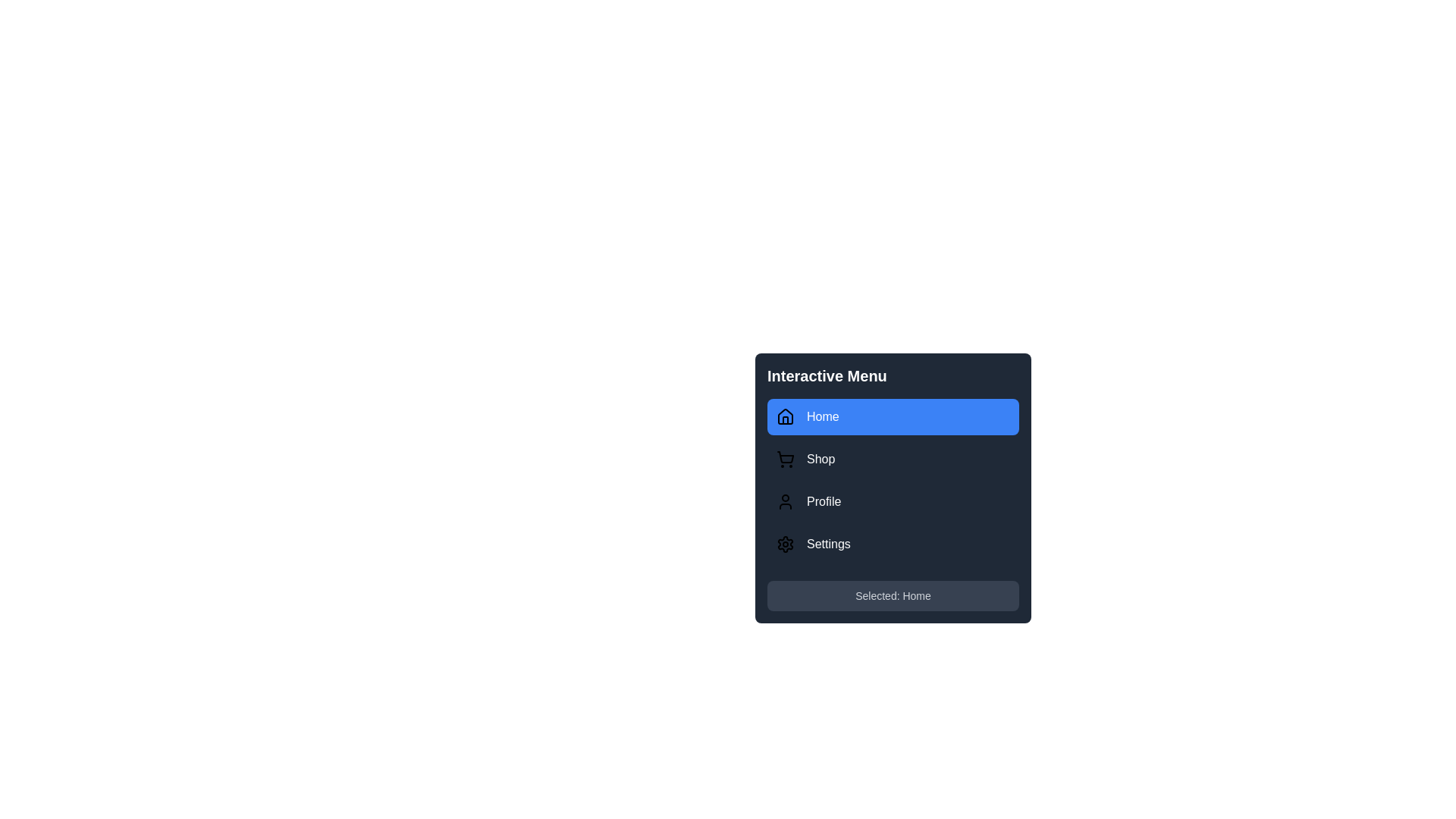  I want to click on the text label at the top of the menu interface, so click(826, 375).